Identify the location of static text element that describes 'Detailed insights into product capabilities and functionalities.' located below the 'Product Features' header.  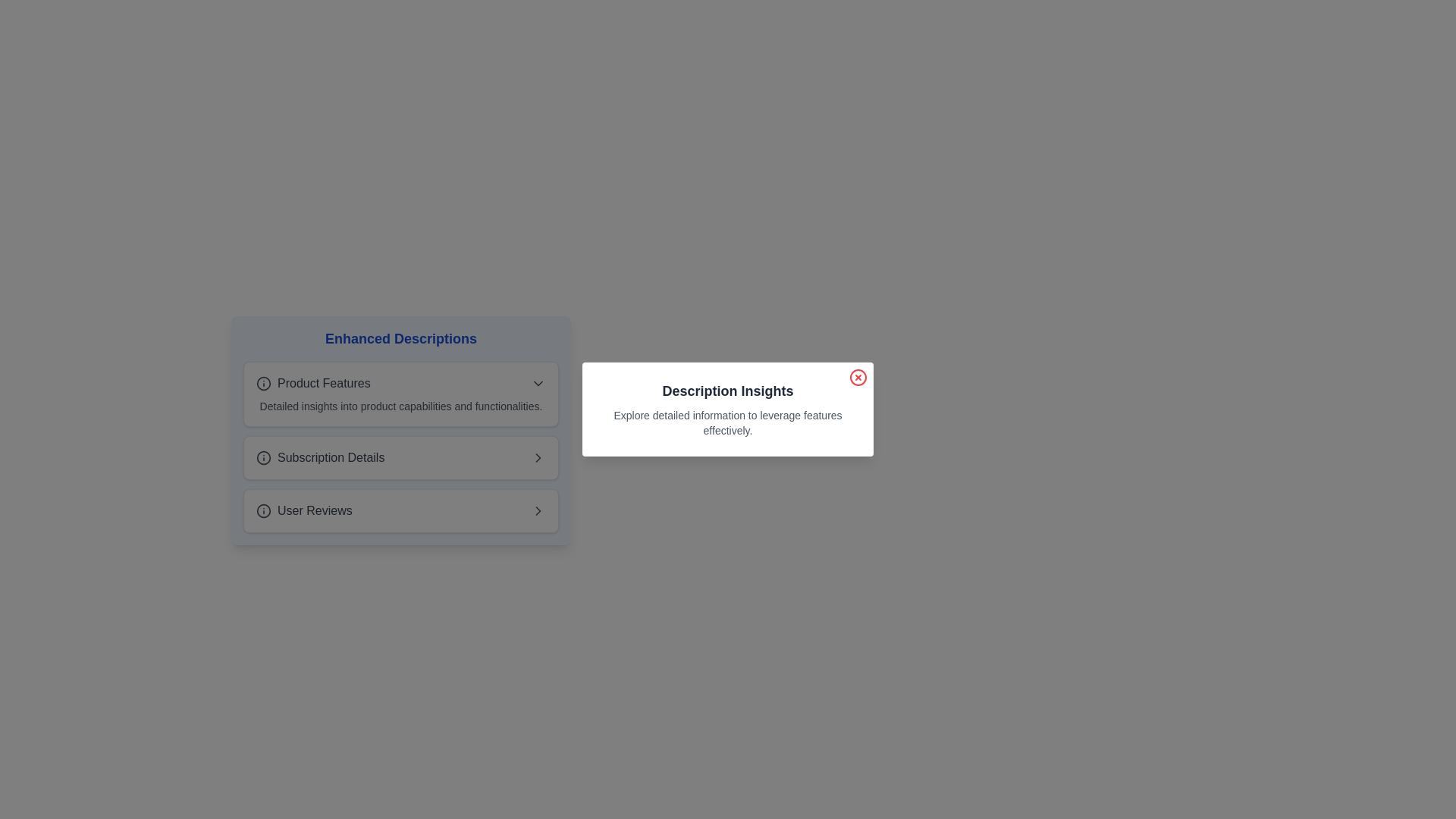
(400, 406).